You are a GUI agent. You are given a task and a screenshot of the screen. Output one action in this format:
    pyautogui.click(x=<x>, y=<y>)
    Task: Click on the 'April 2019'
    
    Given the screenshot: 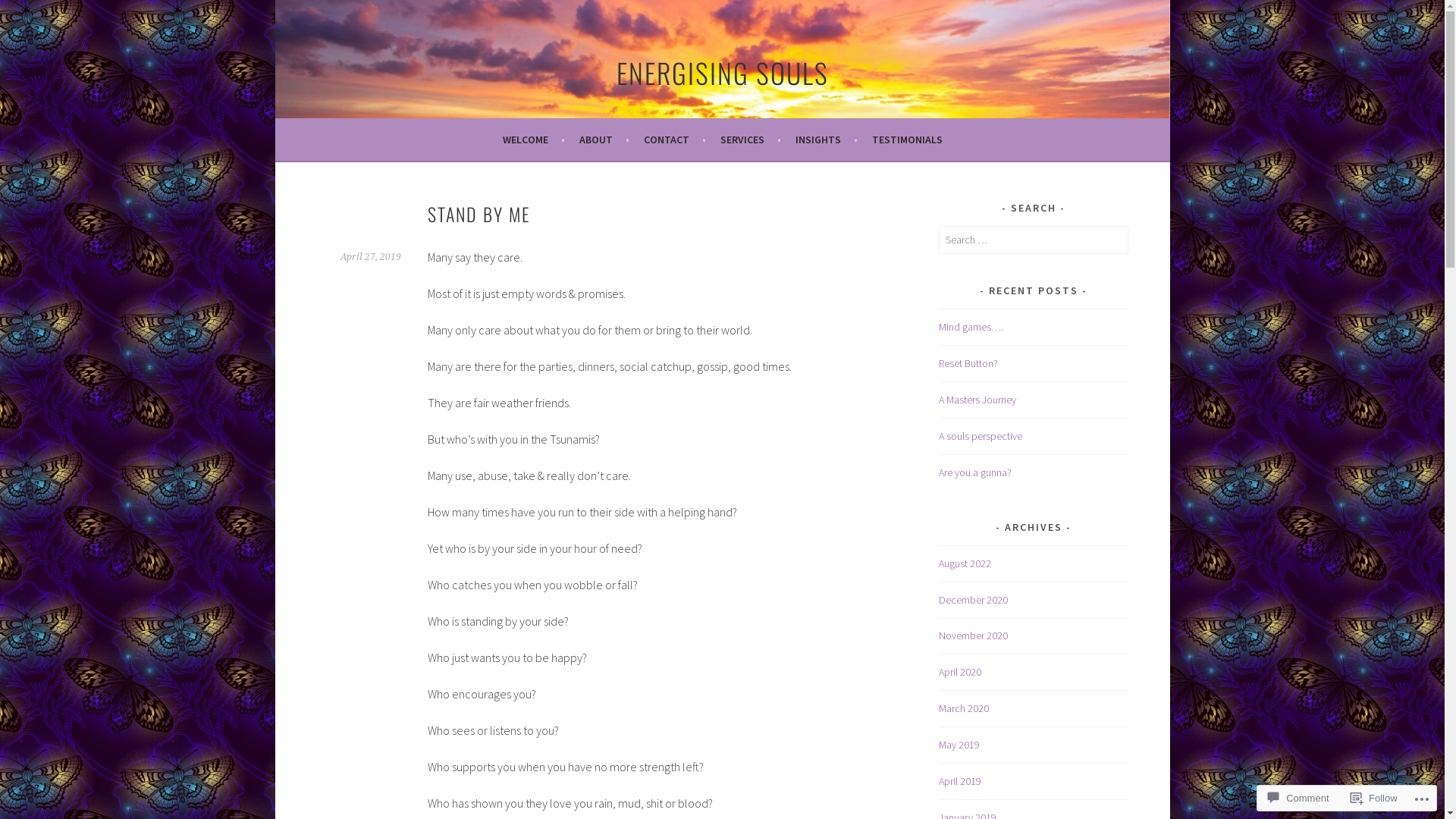 What is the action you would take?
    pyautogui.click(x=959, y=780)
    